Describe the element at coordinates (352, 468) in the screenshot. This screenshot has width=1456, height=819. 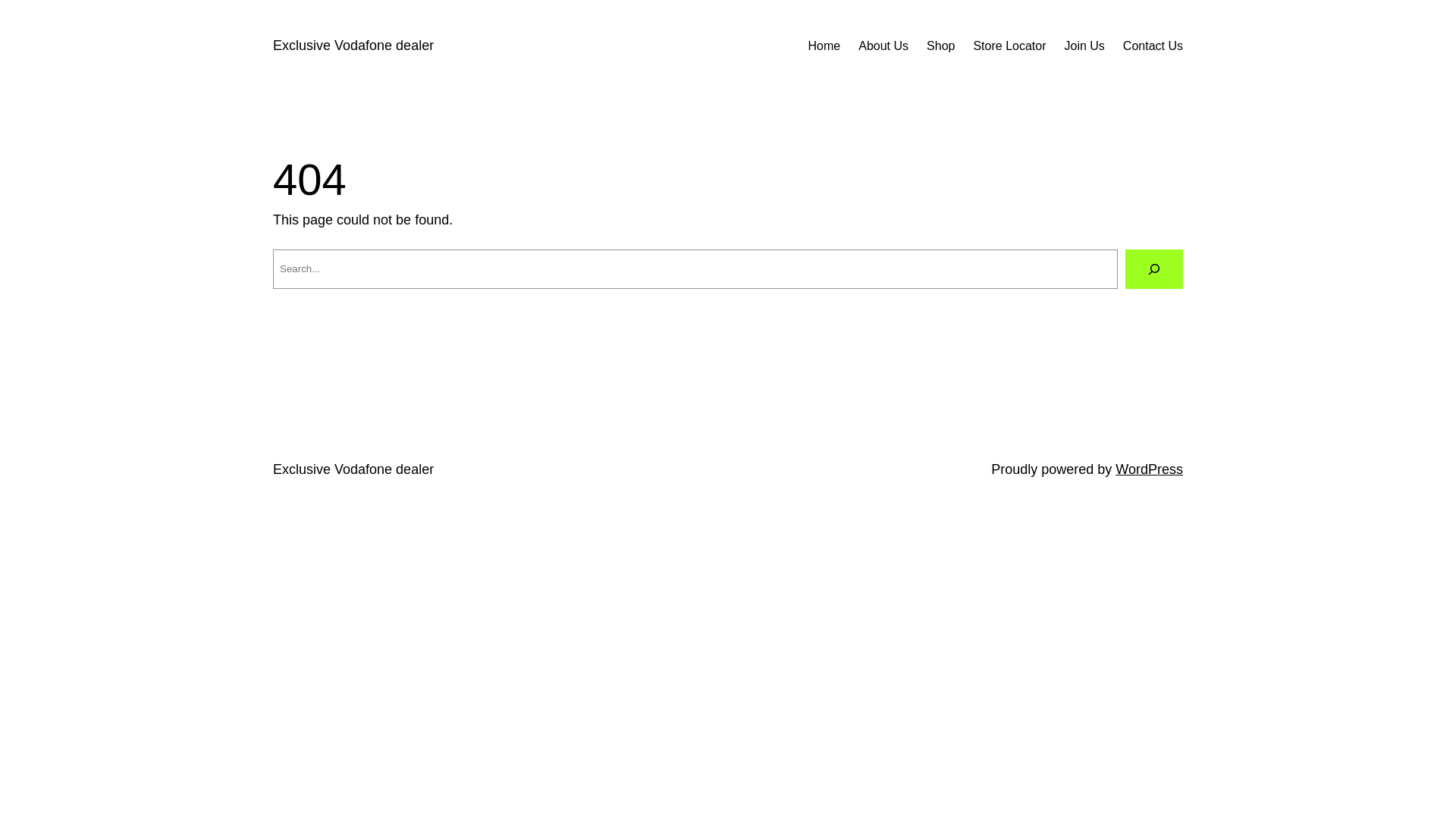
I see `'Exclusive Vodafone dealer'` at that location.